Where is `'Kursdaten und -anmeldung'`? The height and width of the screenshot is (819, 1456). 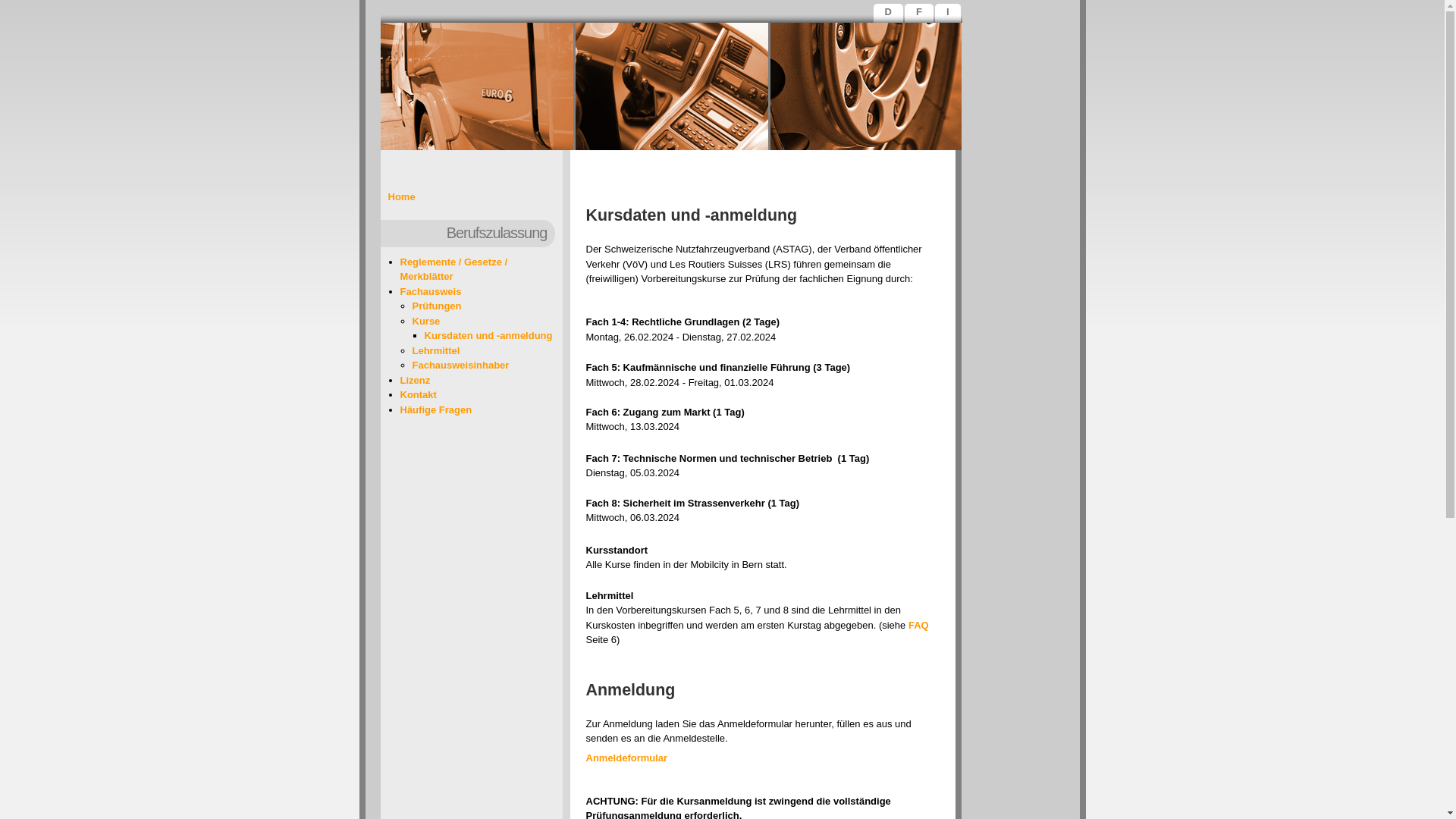 'Kursdaten und -anmeldung' is located at coordinates (488, 334).